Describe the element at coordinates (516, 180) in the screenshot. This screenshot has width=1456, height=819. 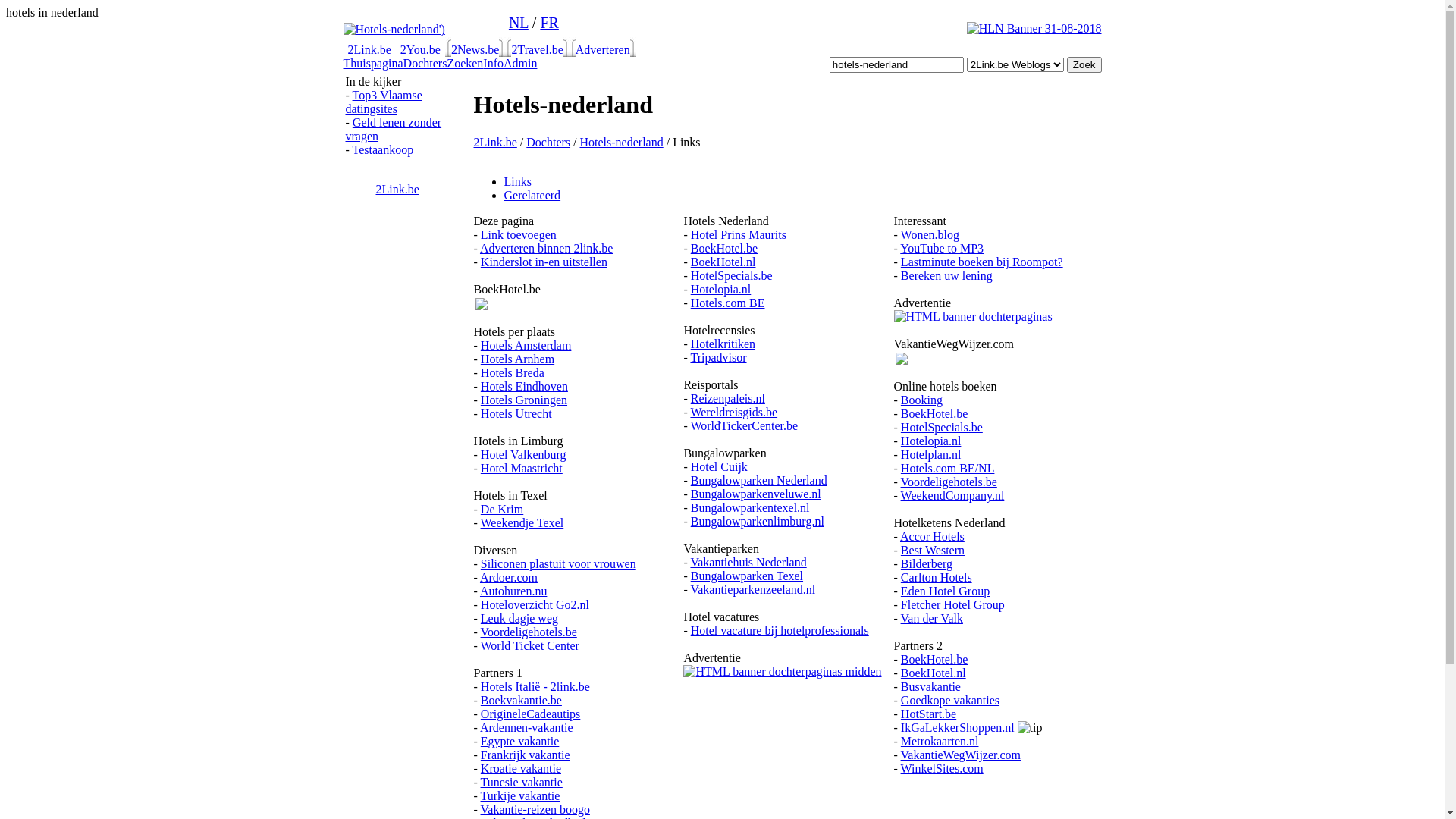
I see `'Links'` at that location.